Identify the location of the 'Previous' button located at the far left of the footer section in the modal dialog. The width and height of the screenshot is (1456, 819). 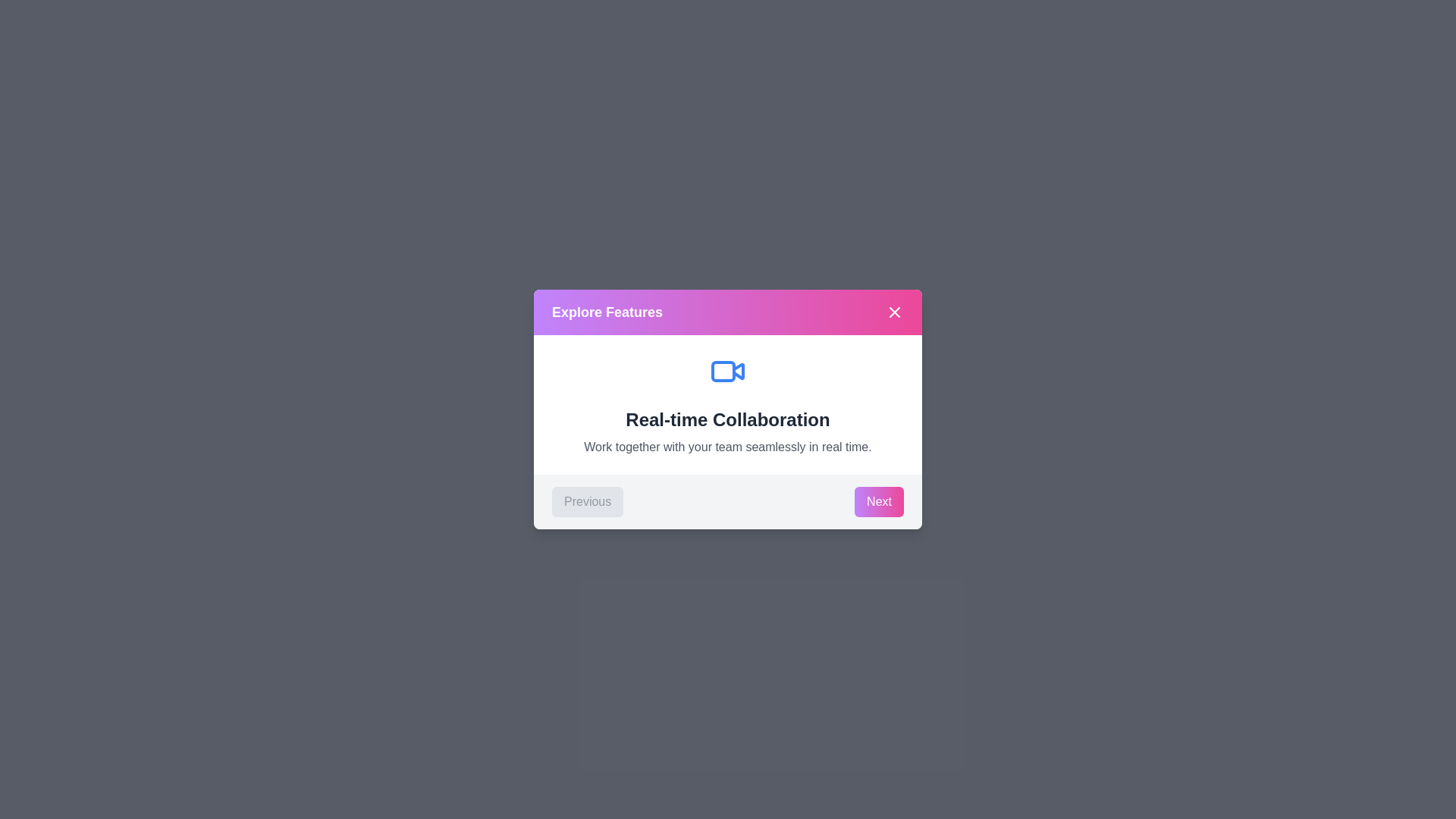
(586, 502).